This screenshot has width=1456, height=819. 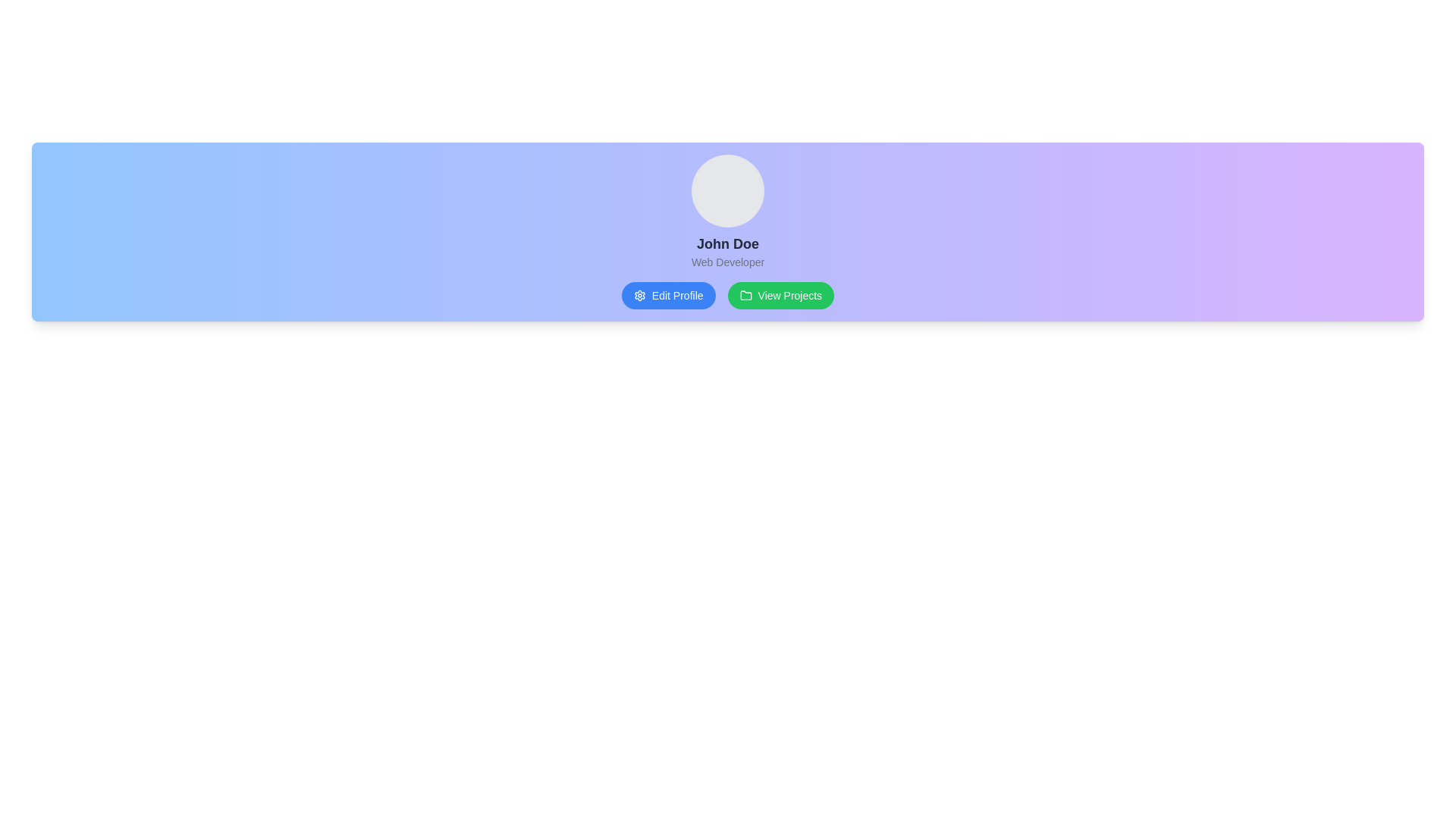 What do you see at coordinates (667, 295) in the screenshot?
I see `the 'Edit Profile' button with rounded edges, blue background, and white text` at bounding box center [667, 295].